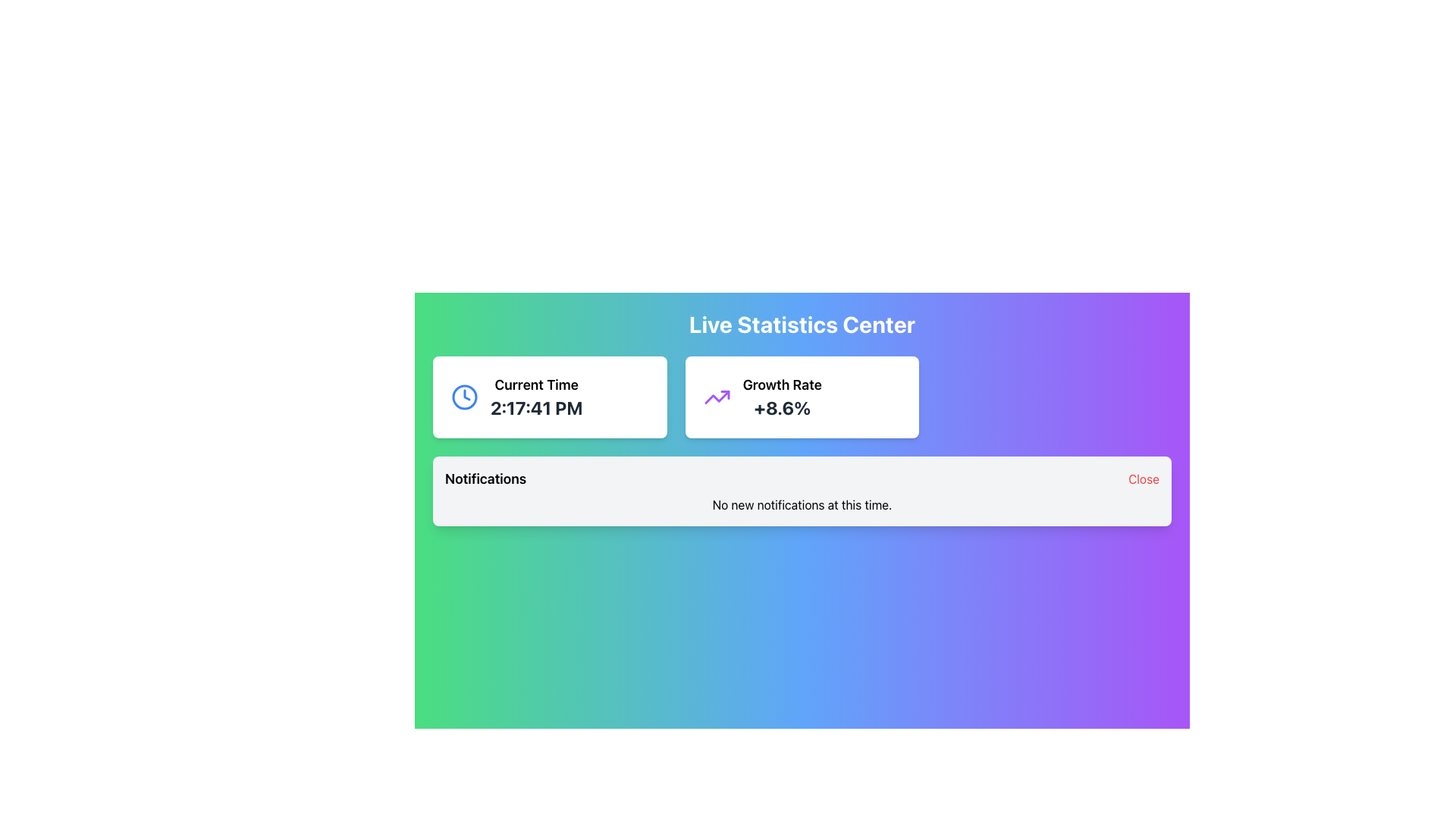 The height and width of the screenshot is (819, 1456). Describe the element at coordinates (485, 479) in the screenshot. I see `the text label displaying 'Notifications', which is styled in bold and prominently positioned within a light background rectangle in the top-left section of the horizontal bar` at that location.